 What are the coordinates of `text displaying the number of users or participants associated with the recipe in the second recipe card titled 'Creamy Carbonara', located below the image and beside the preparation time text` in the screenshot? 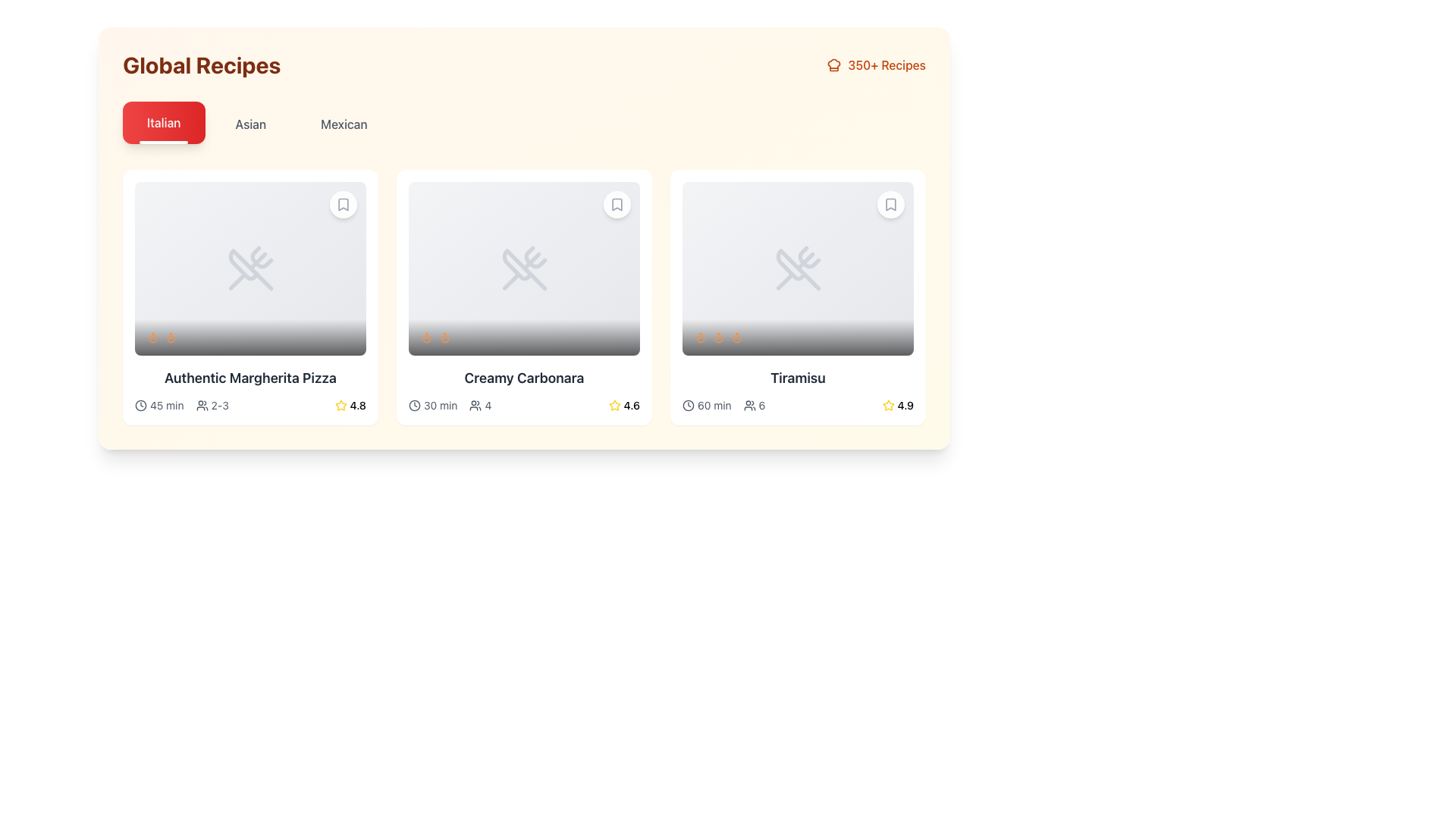 It's located at (479, 404).